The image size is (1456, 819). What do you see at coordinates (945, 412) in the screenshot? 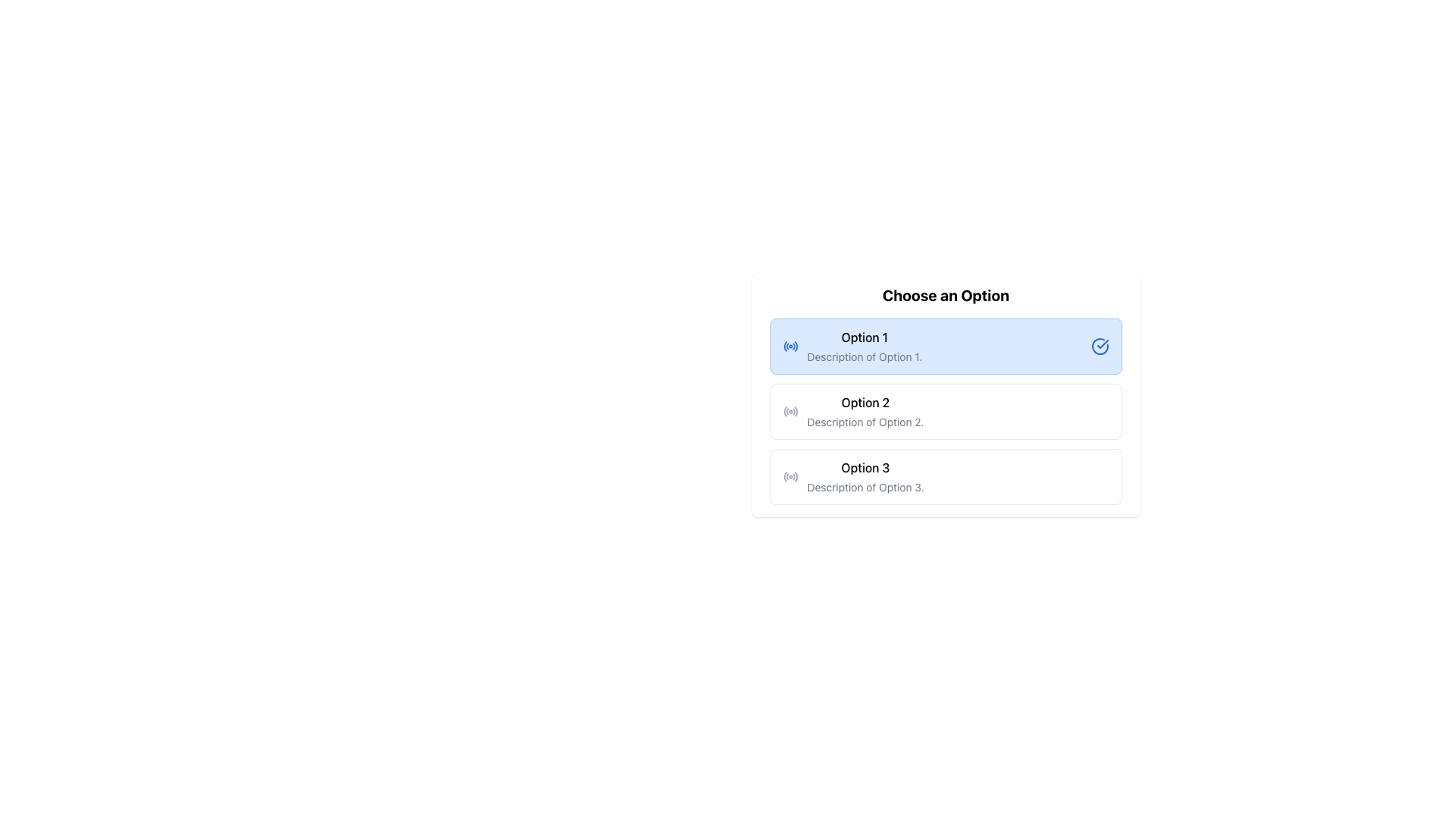
I see `the selectable option panel labeled 'Option 2' to observe hover effects` at bounding box center [945, 412].